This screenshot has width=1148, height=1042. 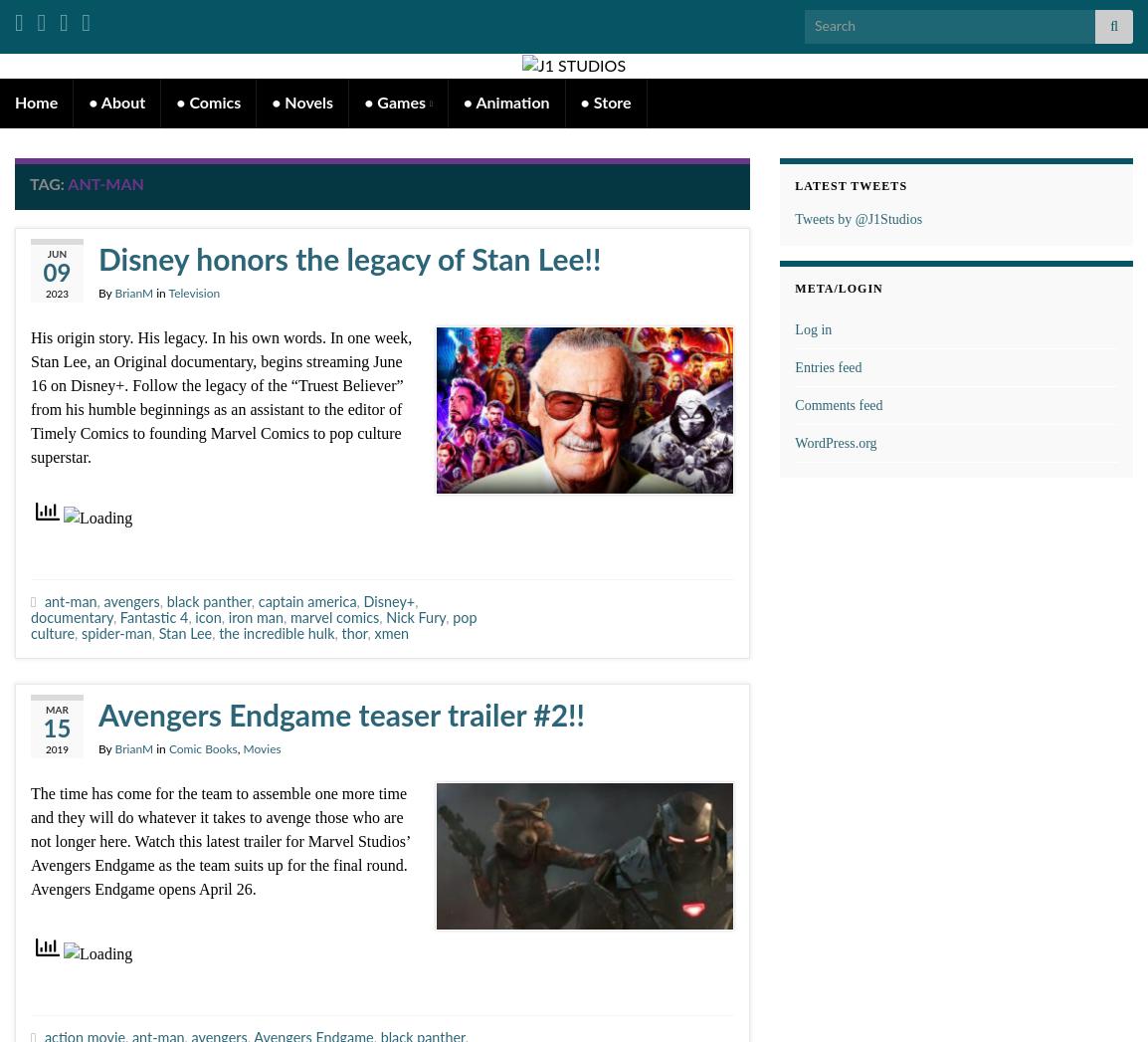 What do you see at coordinates (56, 730) in the screenshot?
I see `'15'` at bounding box center [56, 730].